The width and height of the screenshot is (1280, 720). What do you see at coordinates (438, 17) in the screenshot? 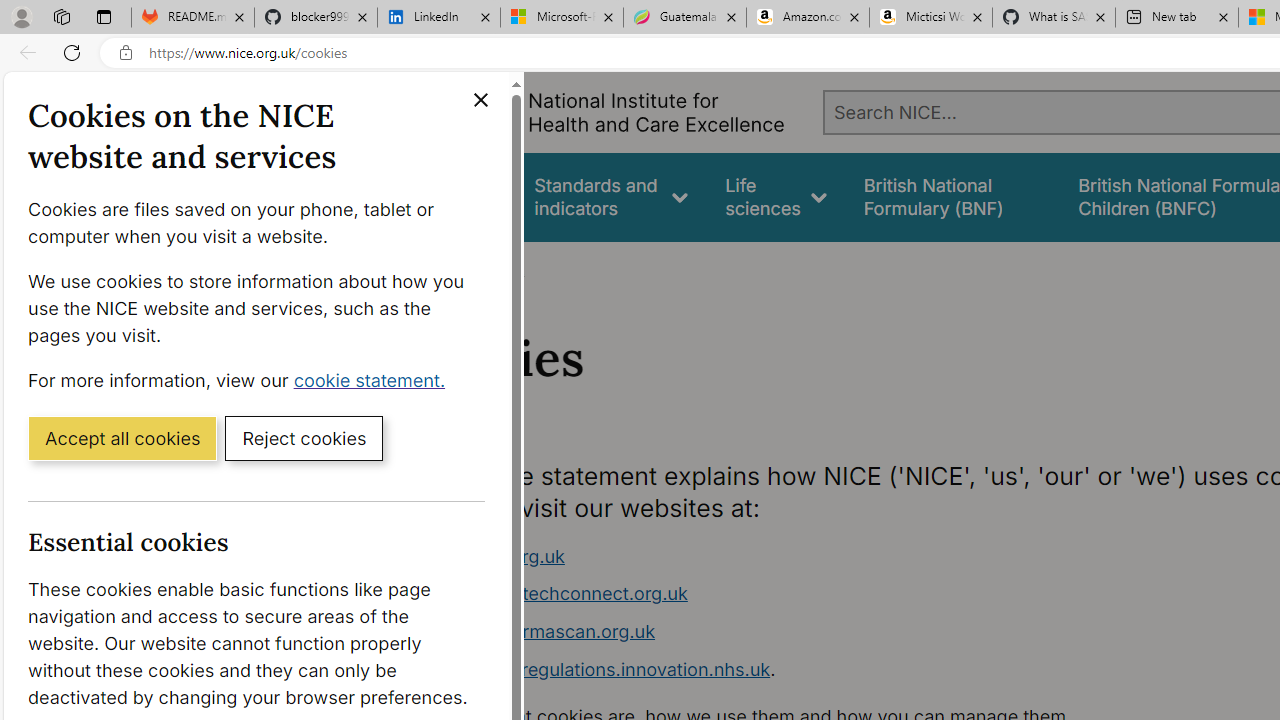
I see `'LinkedIn'` at bounding box center [438, 17].